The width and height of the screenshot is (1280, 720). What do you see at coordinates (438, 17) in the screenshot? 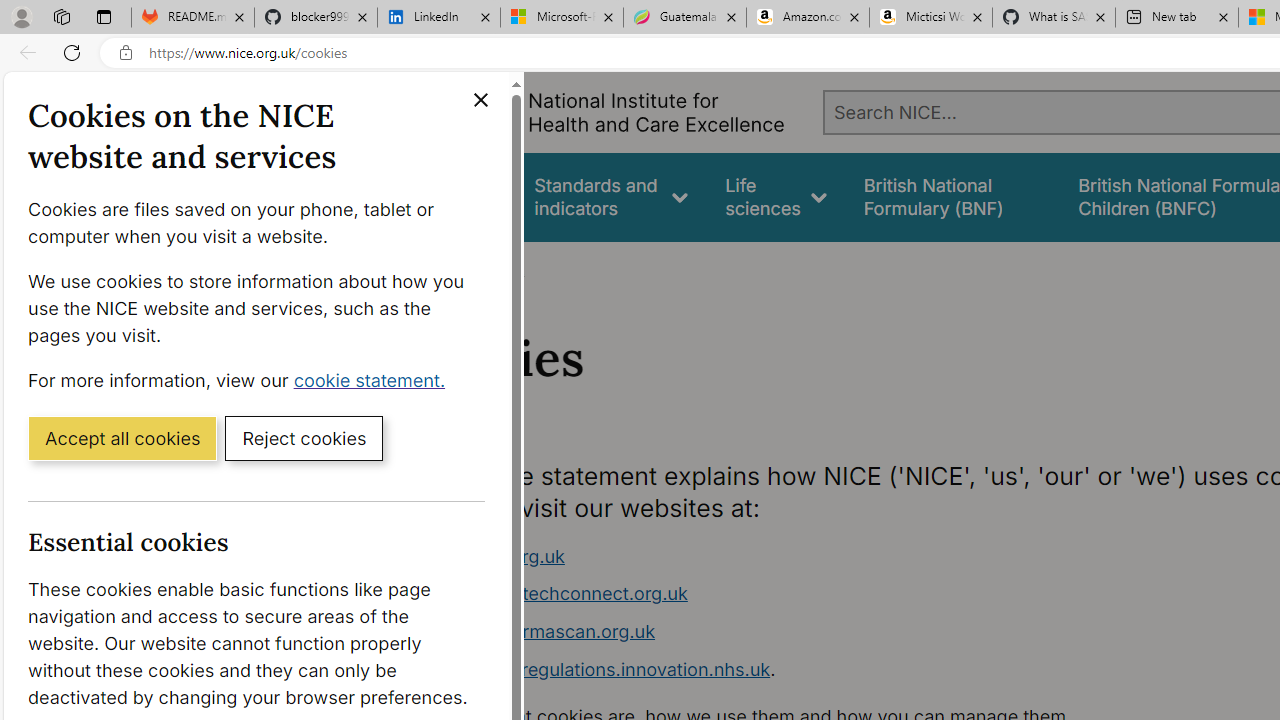
I see `'LinkedIn'` at bounding box center [438, 17].